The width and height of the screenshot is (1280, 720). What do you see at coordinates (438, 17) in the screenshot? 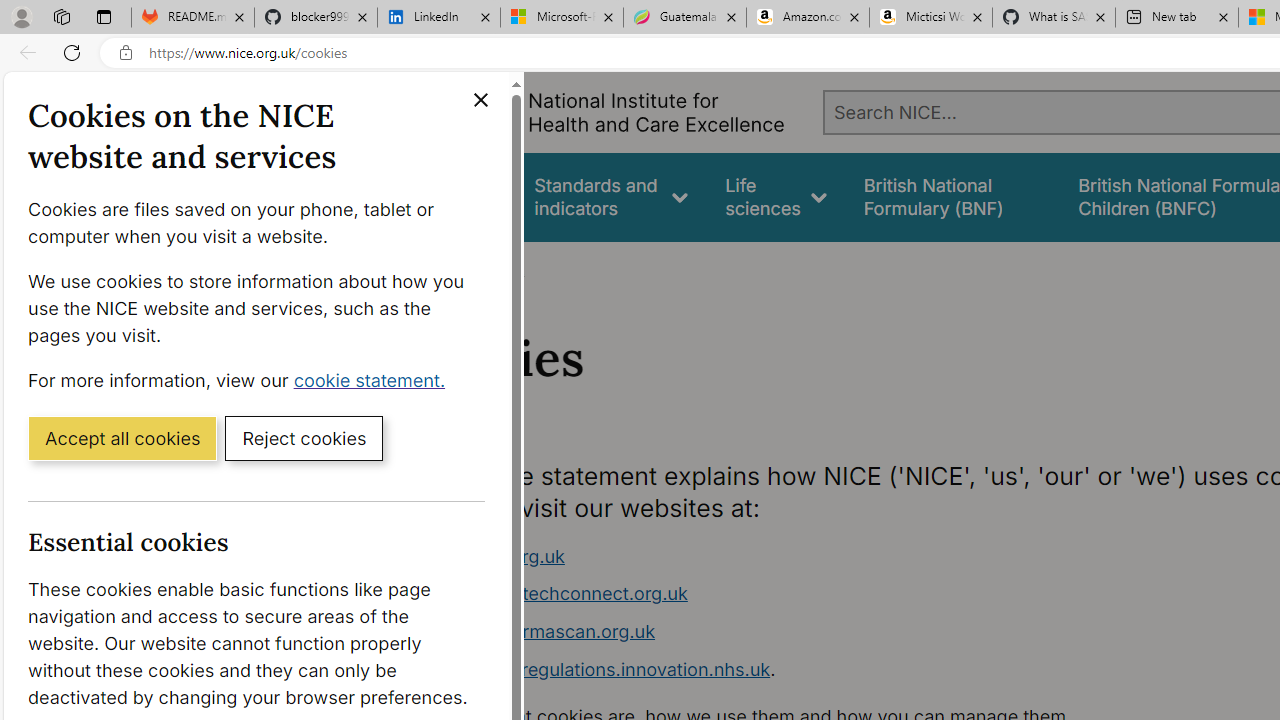
I see `'LinkedIn'` at bounding box center [438, 17].